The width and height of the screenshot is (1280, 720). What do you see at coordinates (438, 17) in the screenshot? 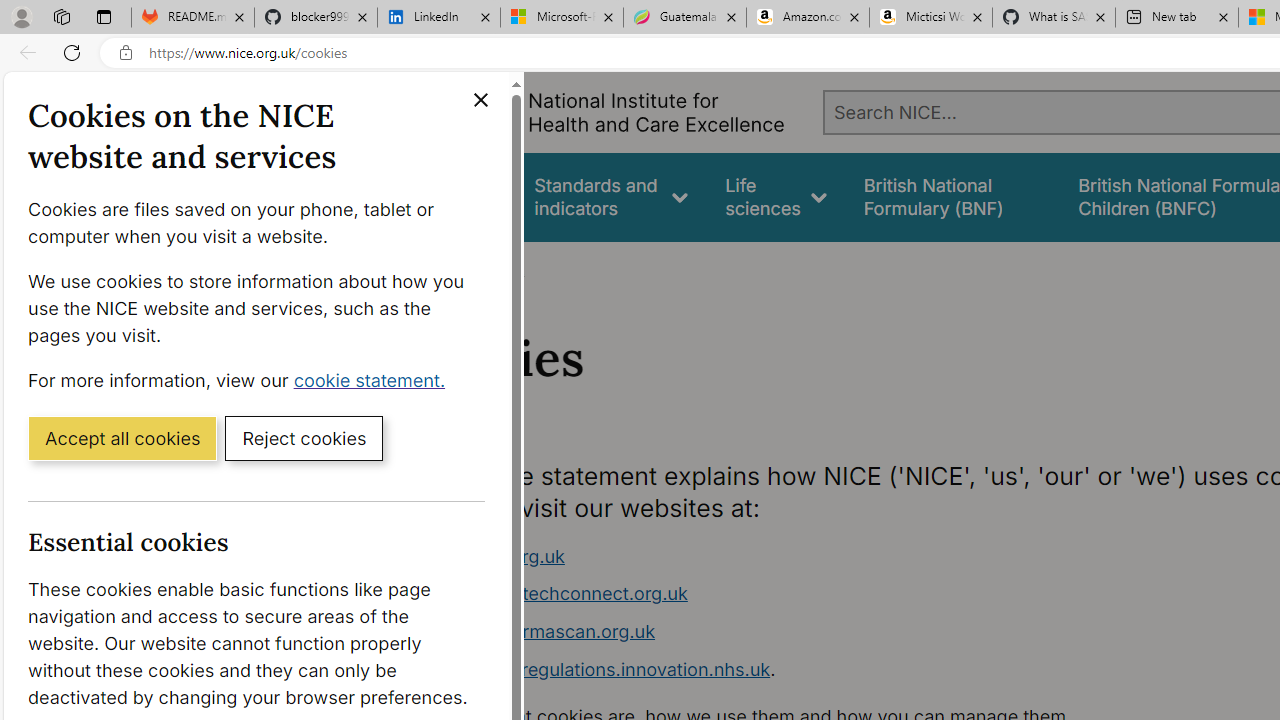
I see `'LinkedIn'` at bounding box center [438, 17].